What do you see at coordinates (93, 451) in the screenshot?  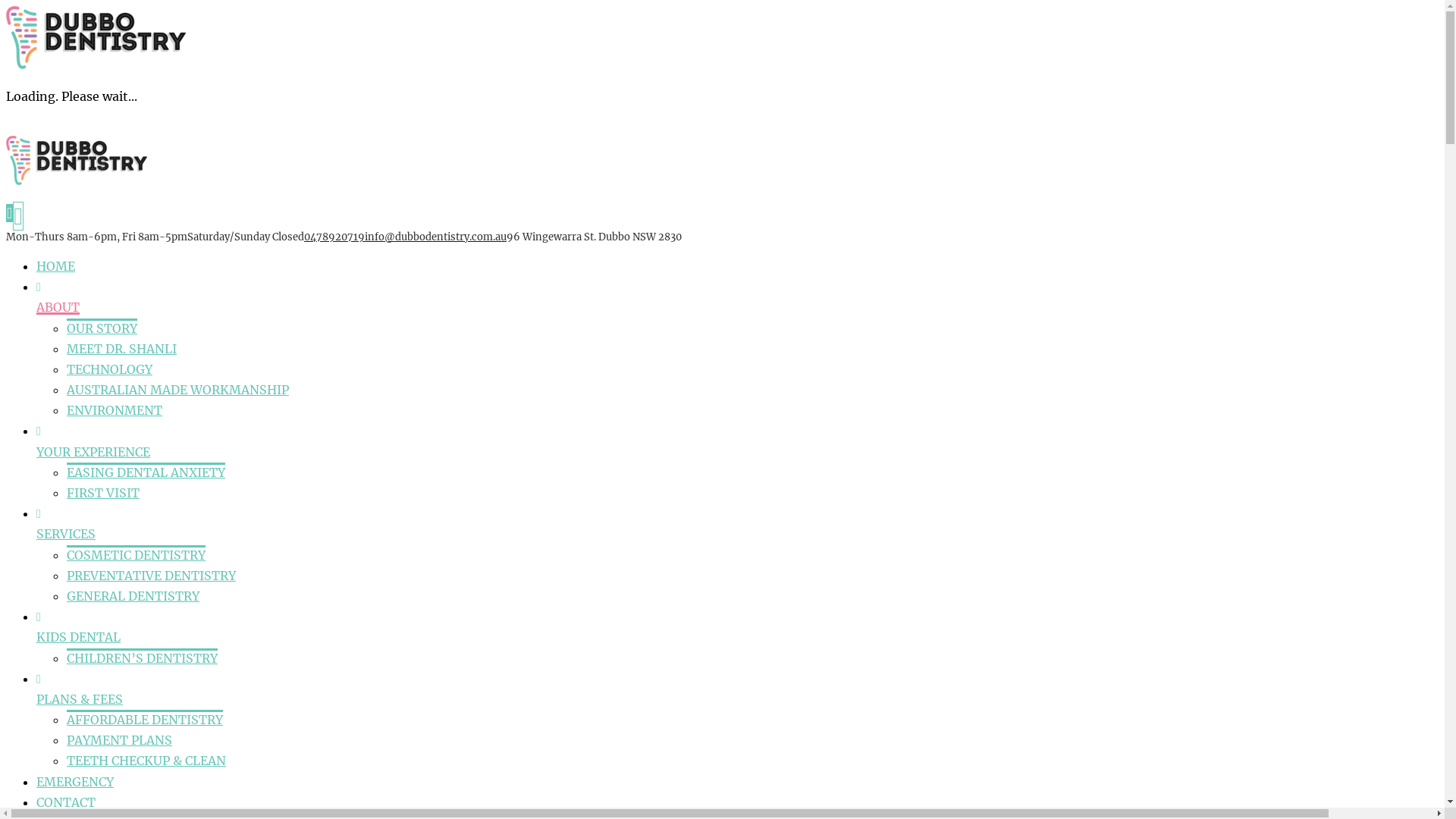 I see `'YOUR EXPERIENCE'` at bounding box center [93, 451].